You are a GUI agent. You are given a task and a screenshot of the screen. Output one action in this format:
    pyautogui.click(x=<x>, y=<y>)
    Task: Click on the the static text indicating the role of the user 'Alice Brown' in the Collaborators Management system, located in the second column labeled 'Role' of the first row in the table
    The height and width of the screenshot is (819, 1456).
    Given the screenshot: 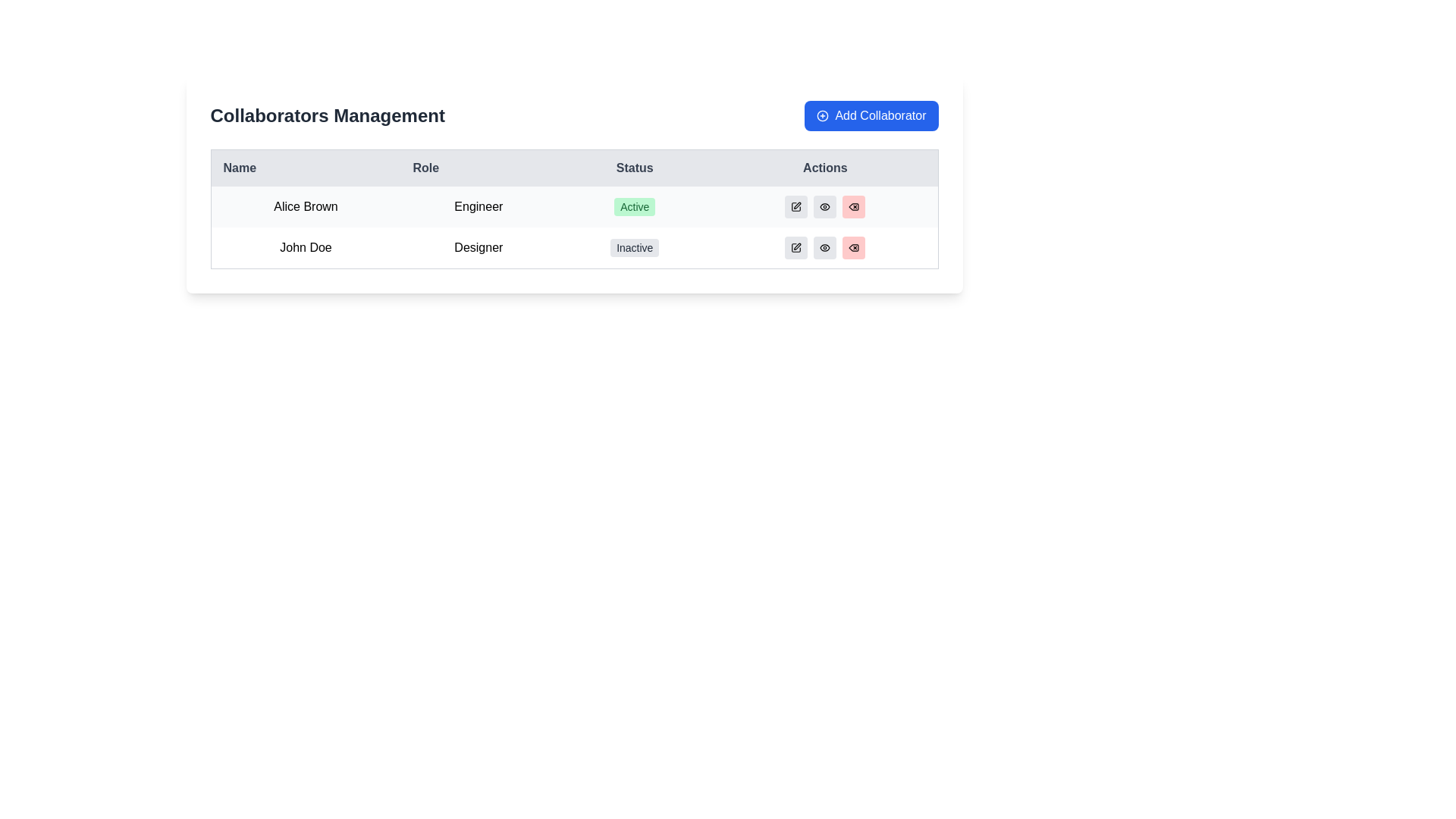 What is the action you would take?
    pyautogui.click(x=478, y=207)
    